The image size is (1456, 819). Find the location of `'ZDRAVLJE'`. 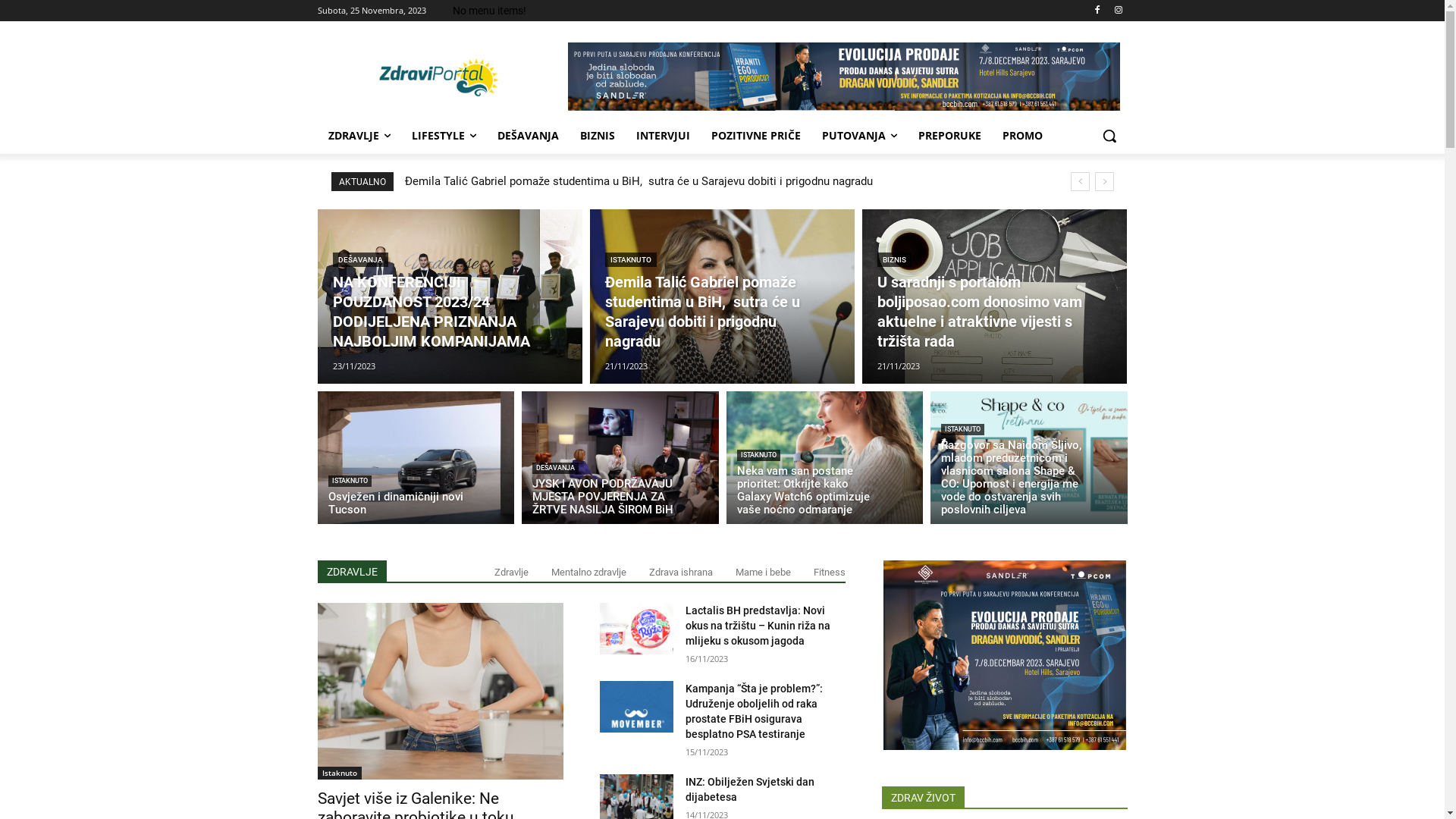

'ZDRAVLJE' is located at coordinates (358, 134).